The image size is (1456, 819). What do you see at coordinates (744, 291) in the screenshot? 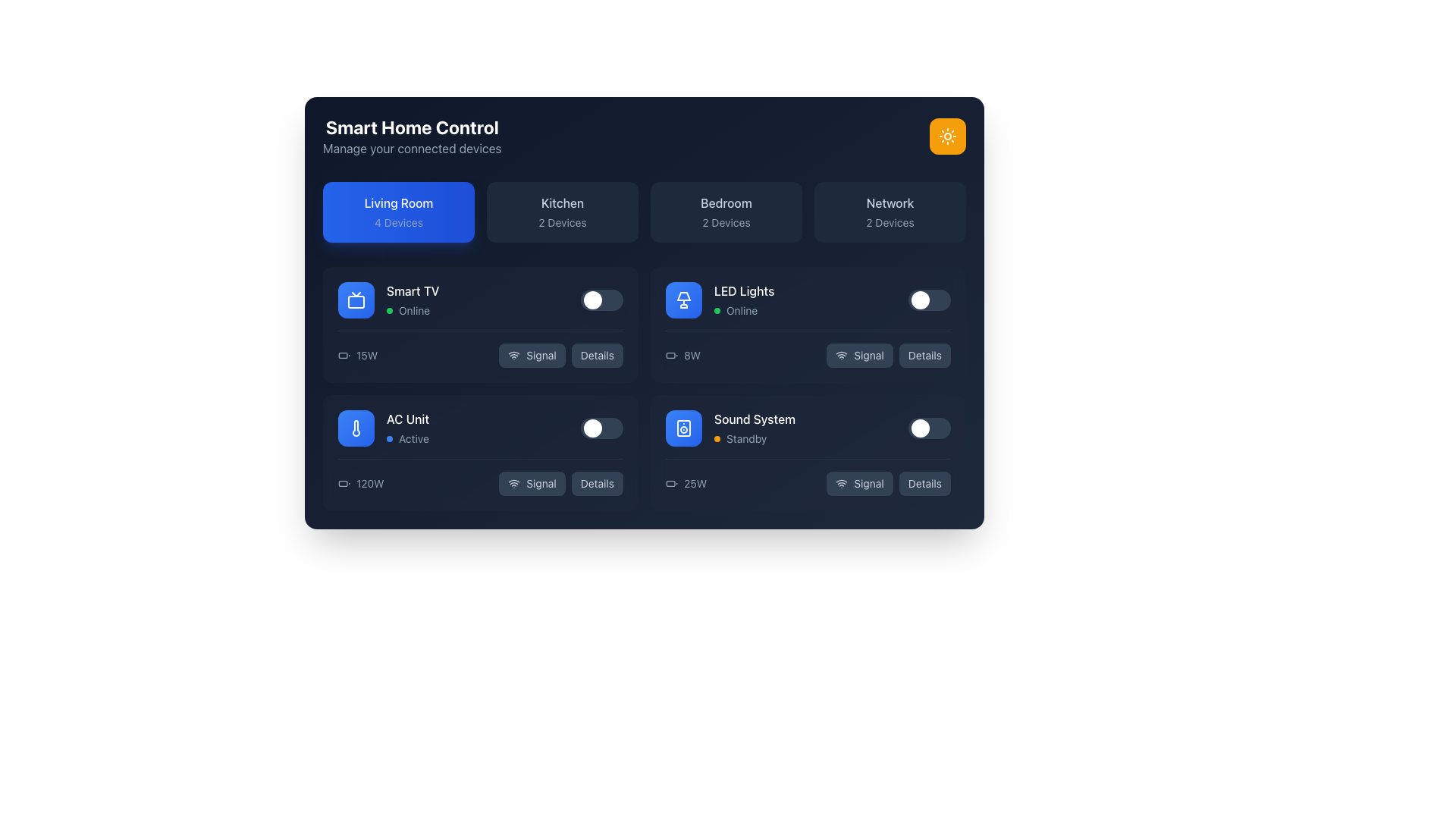
I see `the static text label that identifies the smart device located in the Living Room section, situated above the 'Online' label and next to the lightbulb icon` at bounding box center [744, 291].